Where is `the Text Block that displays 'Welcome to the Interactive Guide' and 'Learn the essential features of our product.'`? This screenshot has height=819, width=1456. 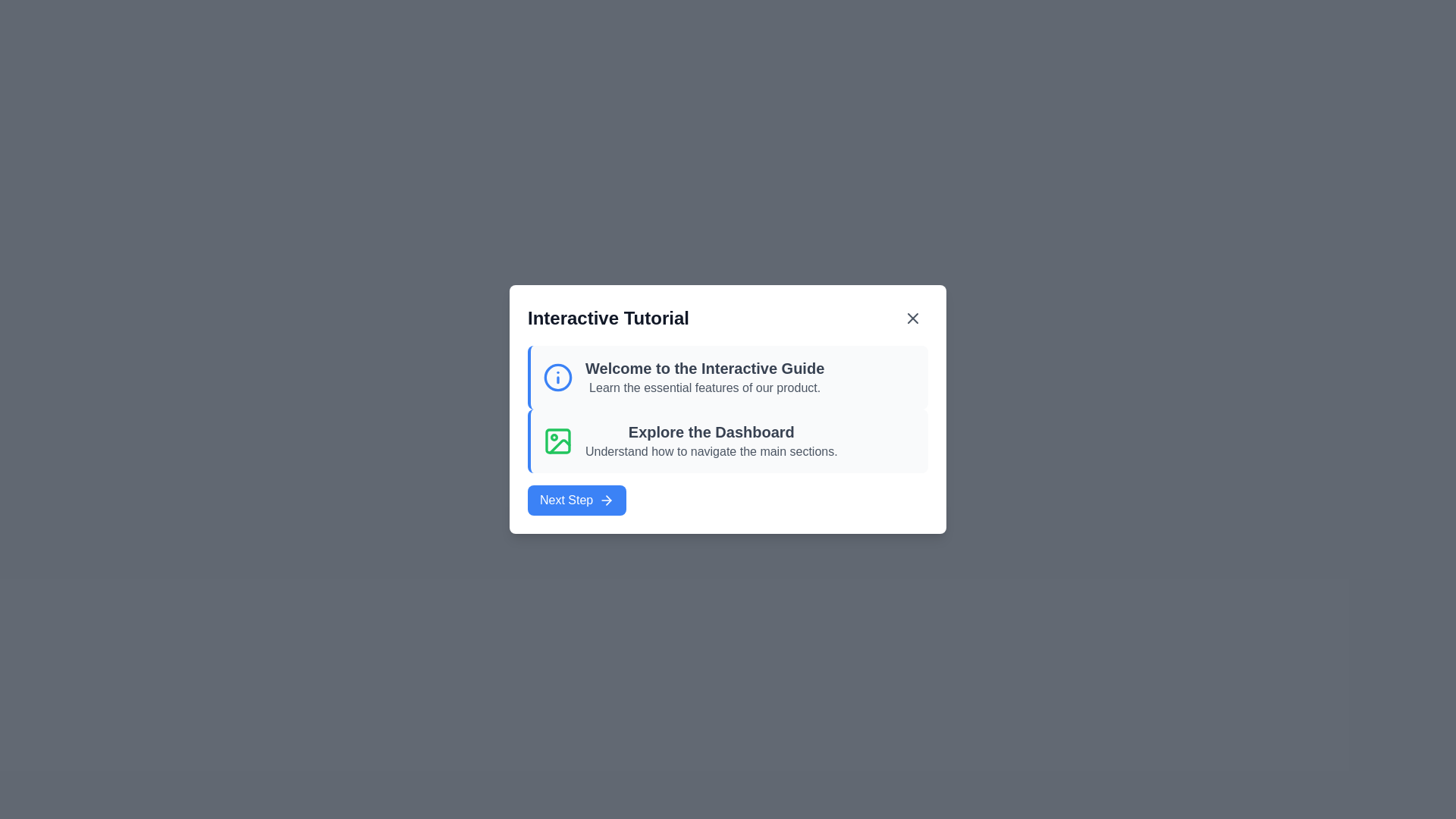
the Text Block that displays 'Welcome to the Interactive Guide' and 'Learn the essential features of our product.' is located at coordinates (704, 376).